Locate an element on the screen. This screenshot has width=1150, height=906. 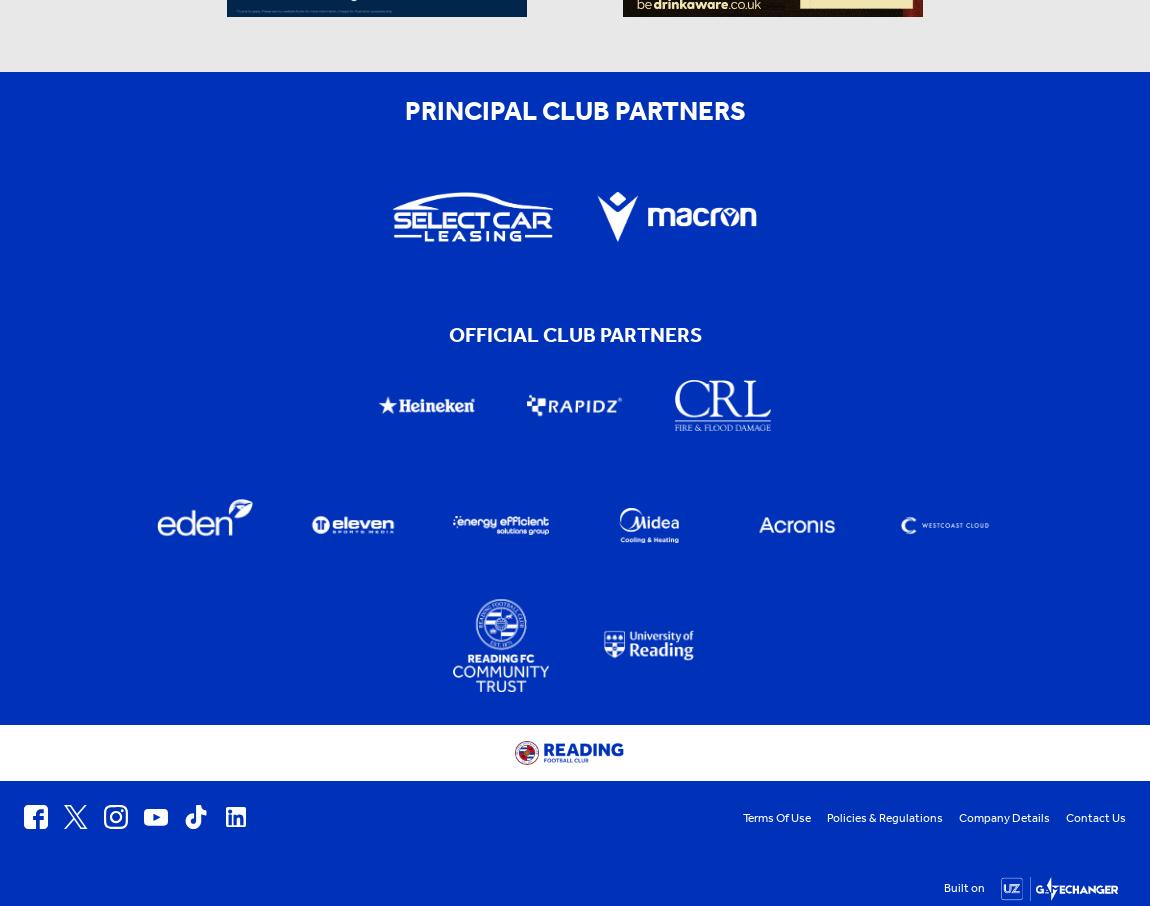
'Terms Of Use' is located at coordinates (776, 817).